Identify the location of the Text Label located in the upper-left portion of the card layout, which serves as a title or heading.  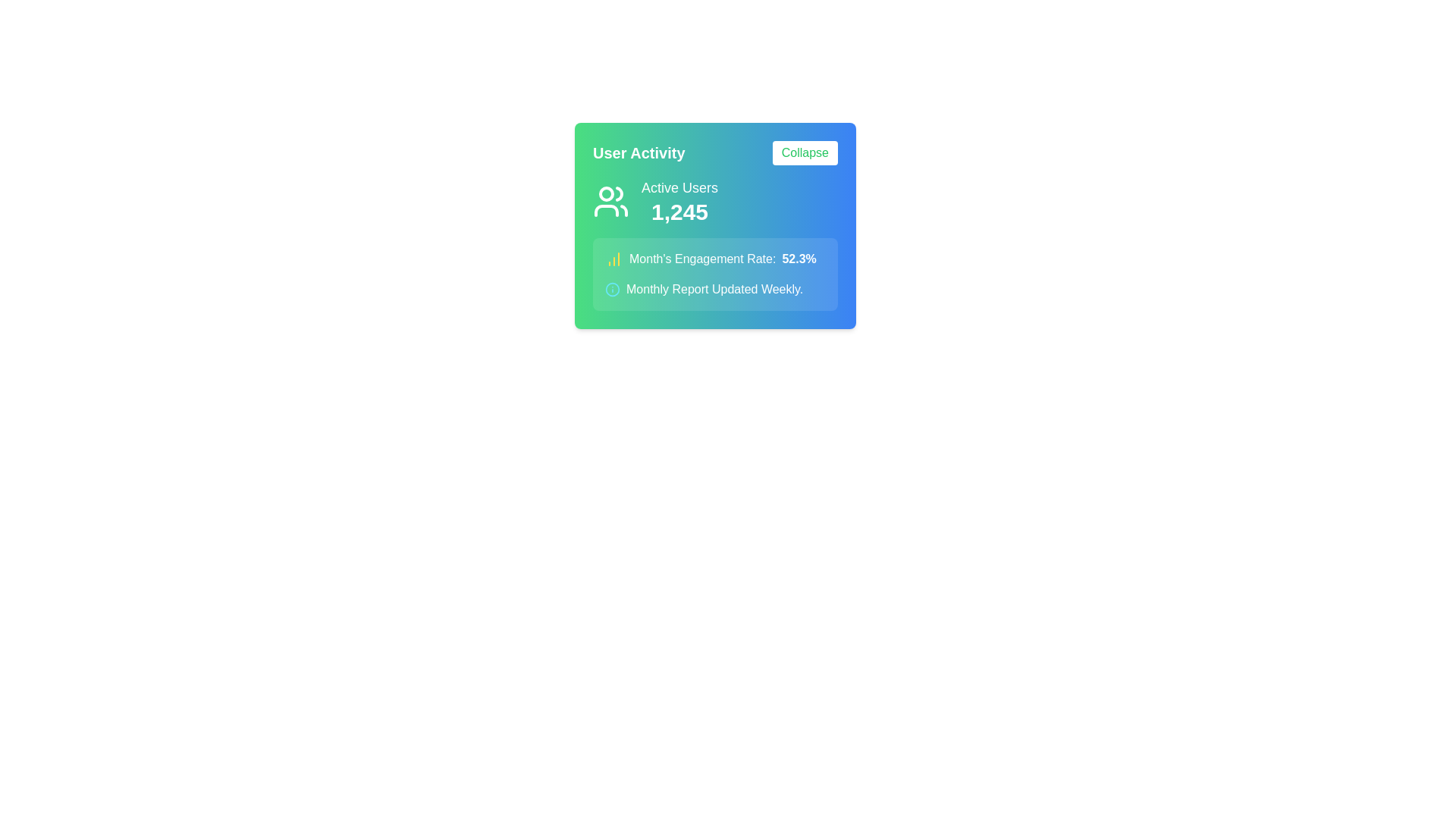
(639, 152).